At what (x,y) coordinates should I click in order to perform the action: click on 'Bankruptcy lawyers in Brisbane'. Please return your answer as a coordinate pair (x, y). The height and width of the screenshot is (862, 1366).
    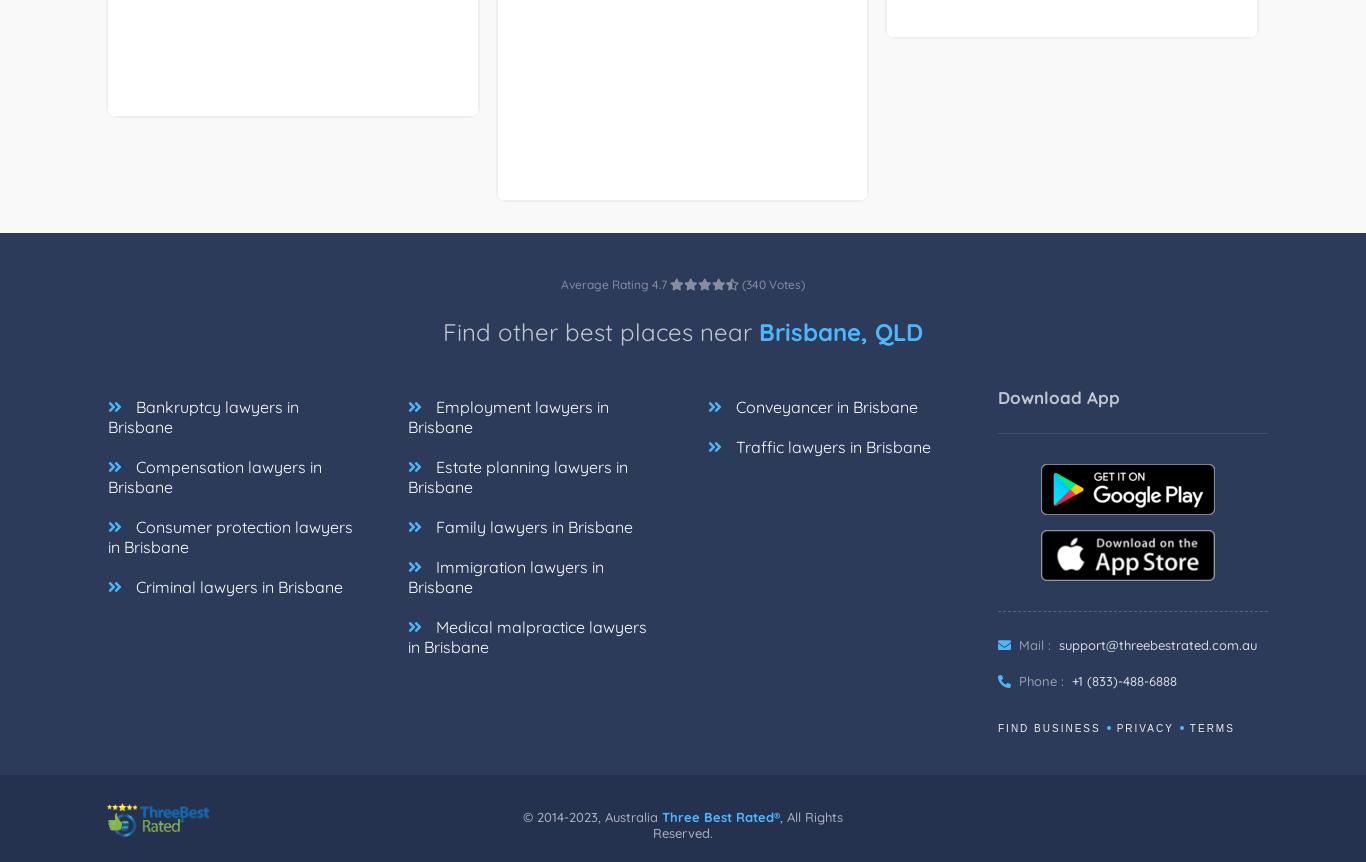
    Looking at the image, I should click on (202, 439).